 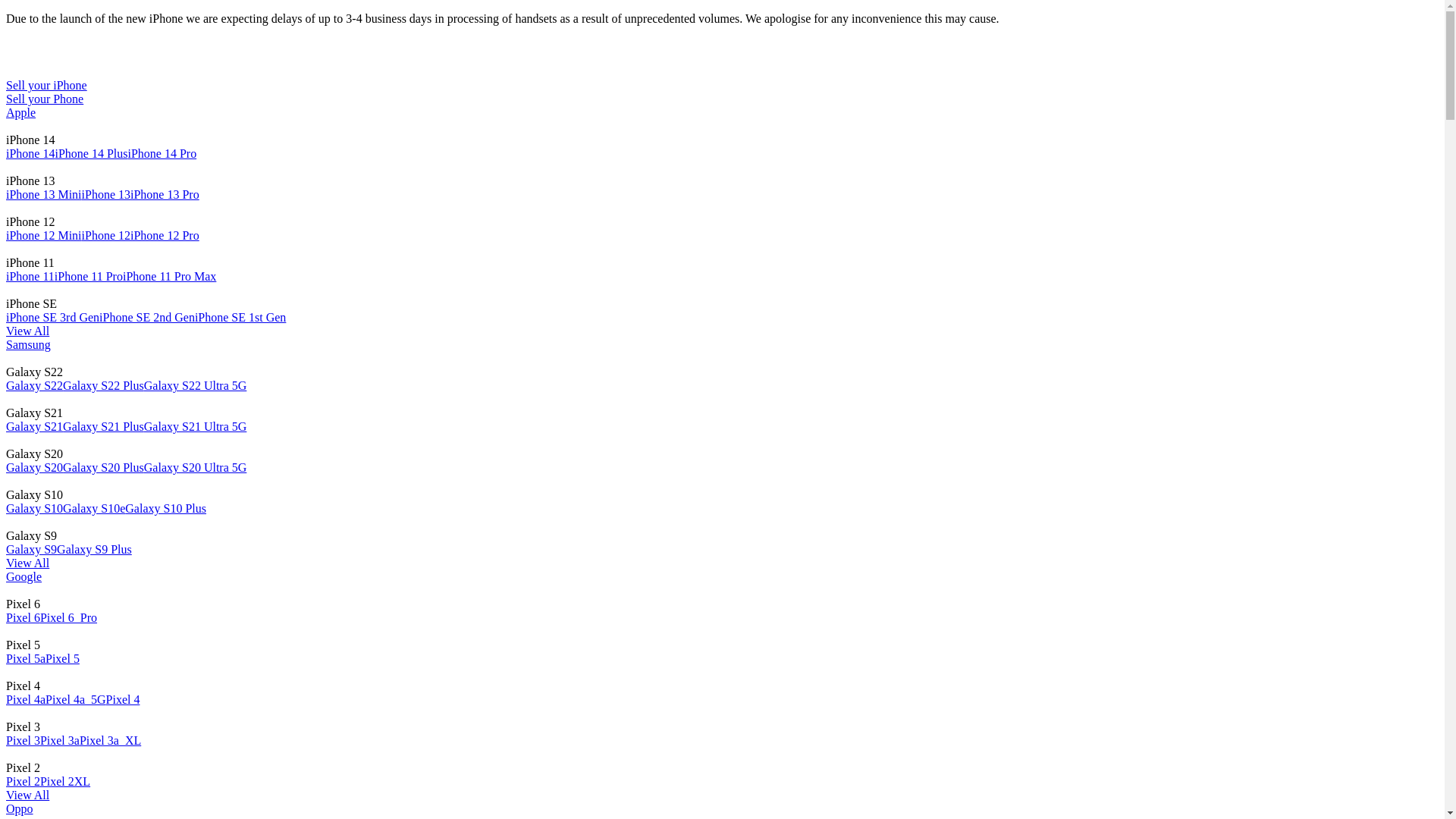 I want to click on 'Galaxy S21 Ultra 5G', so click(x=195, y=426).